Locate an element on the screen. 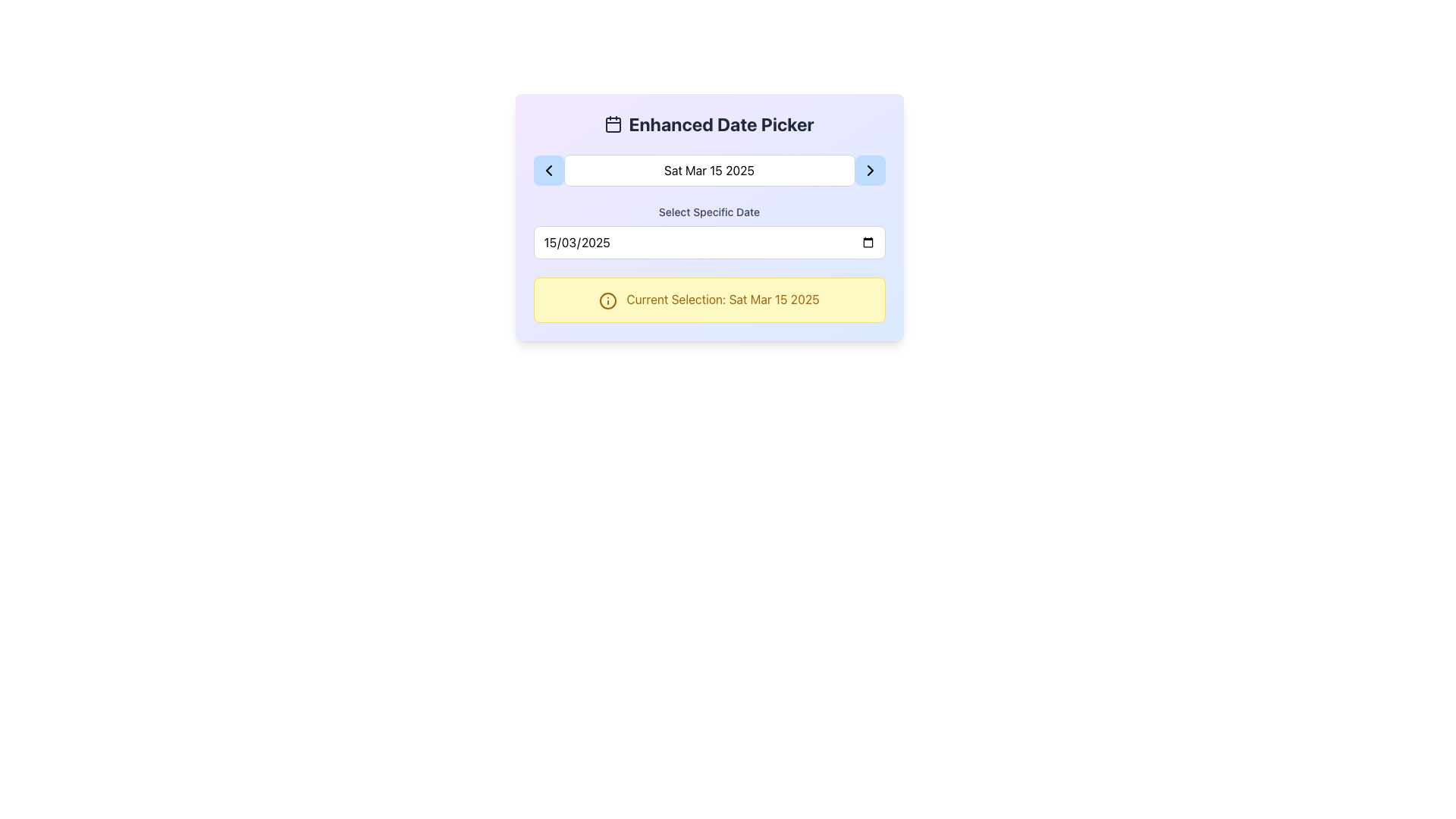 The width and height of the screenshot is (1456, 819). the outermost circle of the information icon located near the left side of the yellow notification bar, adjacent to the text 'Current Selection: Sat Mar 15 2025' is located at coordinates (608, 300).